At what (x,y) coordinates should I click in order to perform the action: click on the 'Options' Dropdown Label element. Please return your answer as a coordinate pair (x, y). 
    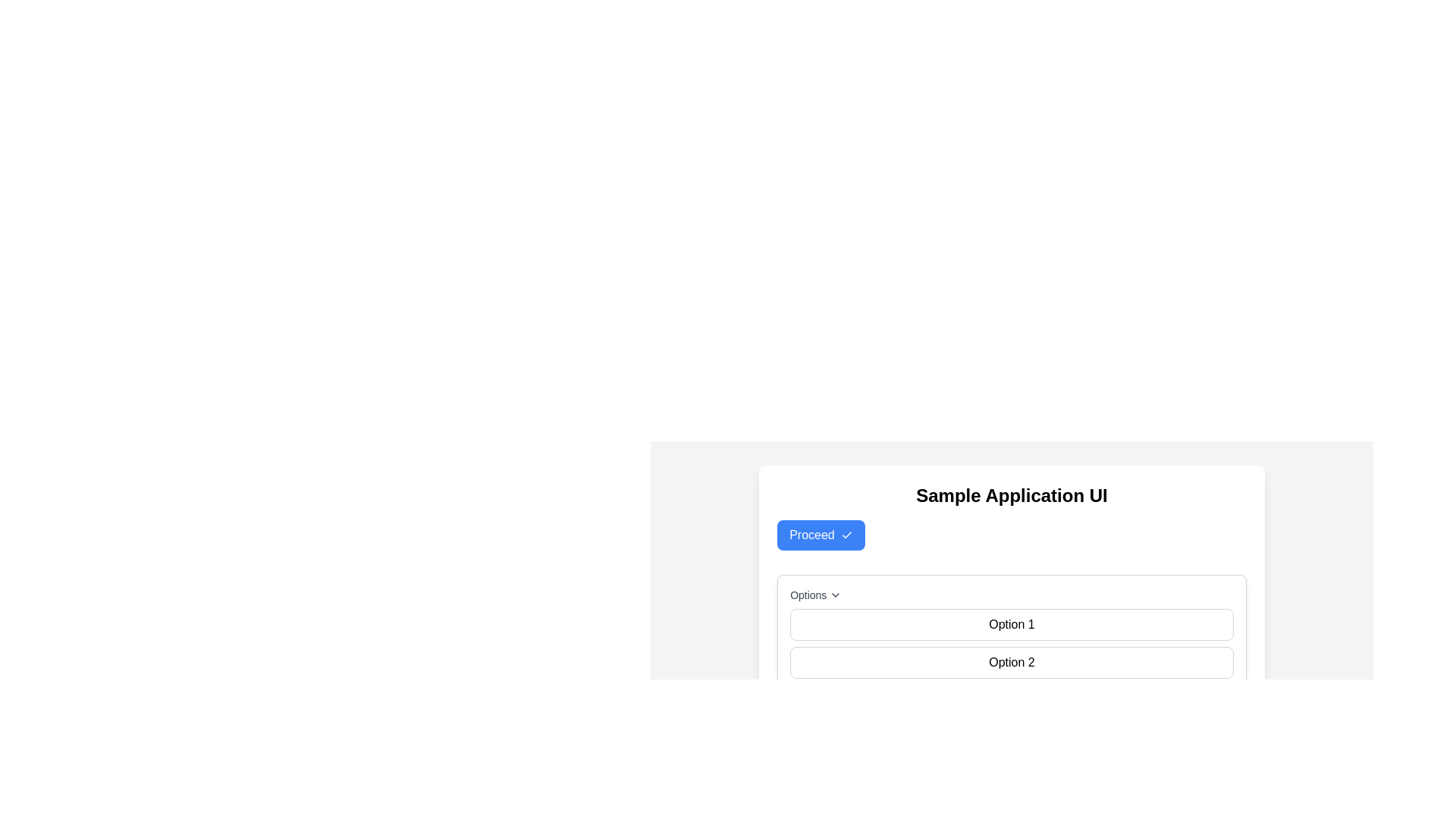
    Looking at the image, I should click on (1012, 595).